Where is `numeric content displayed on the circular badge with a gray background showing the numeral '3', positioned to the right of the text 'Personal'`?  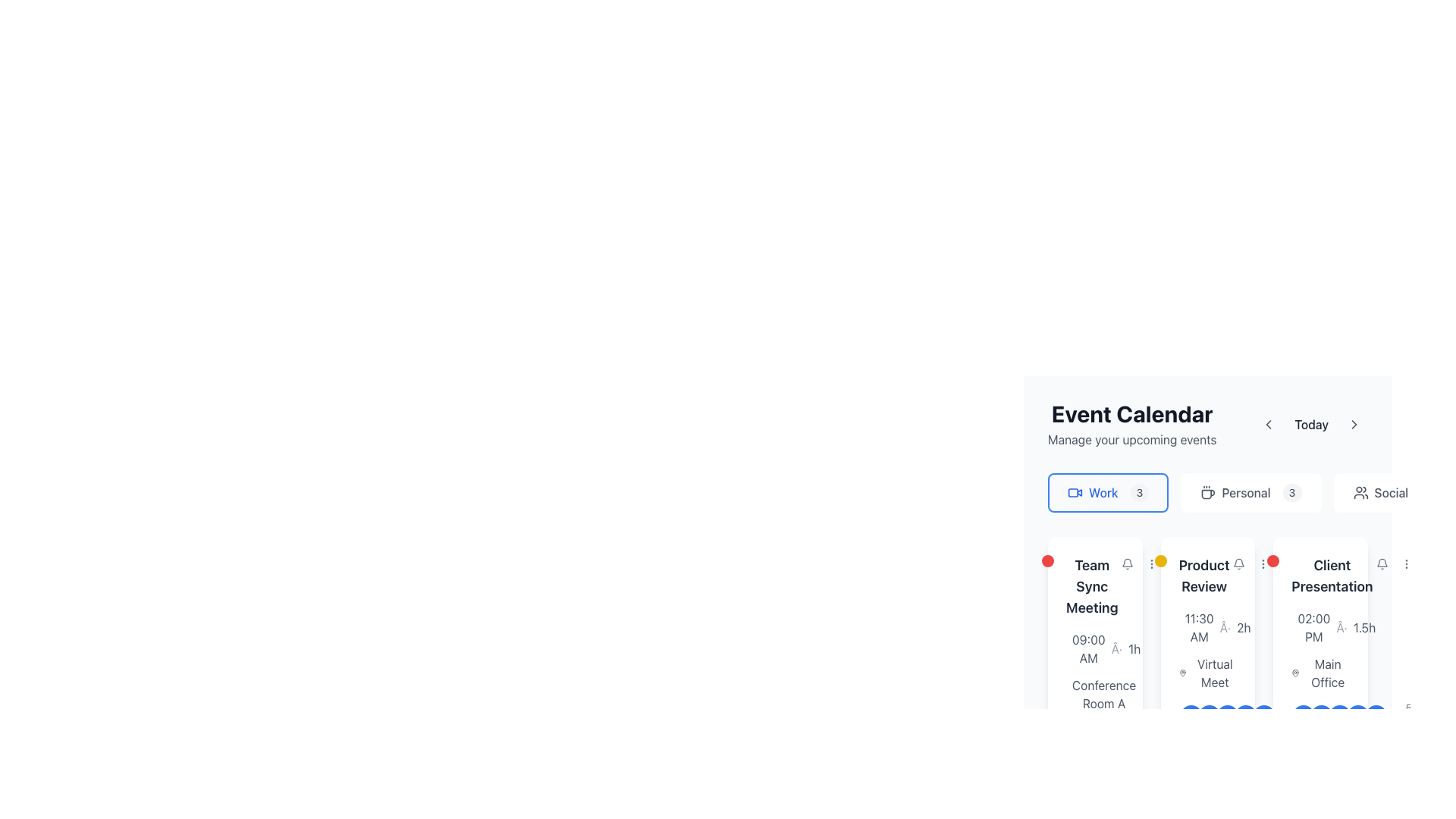 numeric content displayed on the circular badge with a gray background showing the numeral '3', positioned to the right of the text 'Personal' is located at coordinates (1291, 493).